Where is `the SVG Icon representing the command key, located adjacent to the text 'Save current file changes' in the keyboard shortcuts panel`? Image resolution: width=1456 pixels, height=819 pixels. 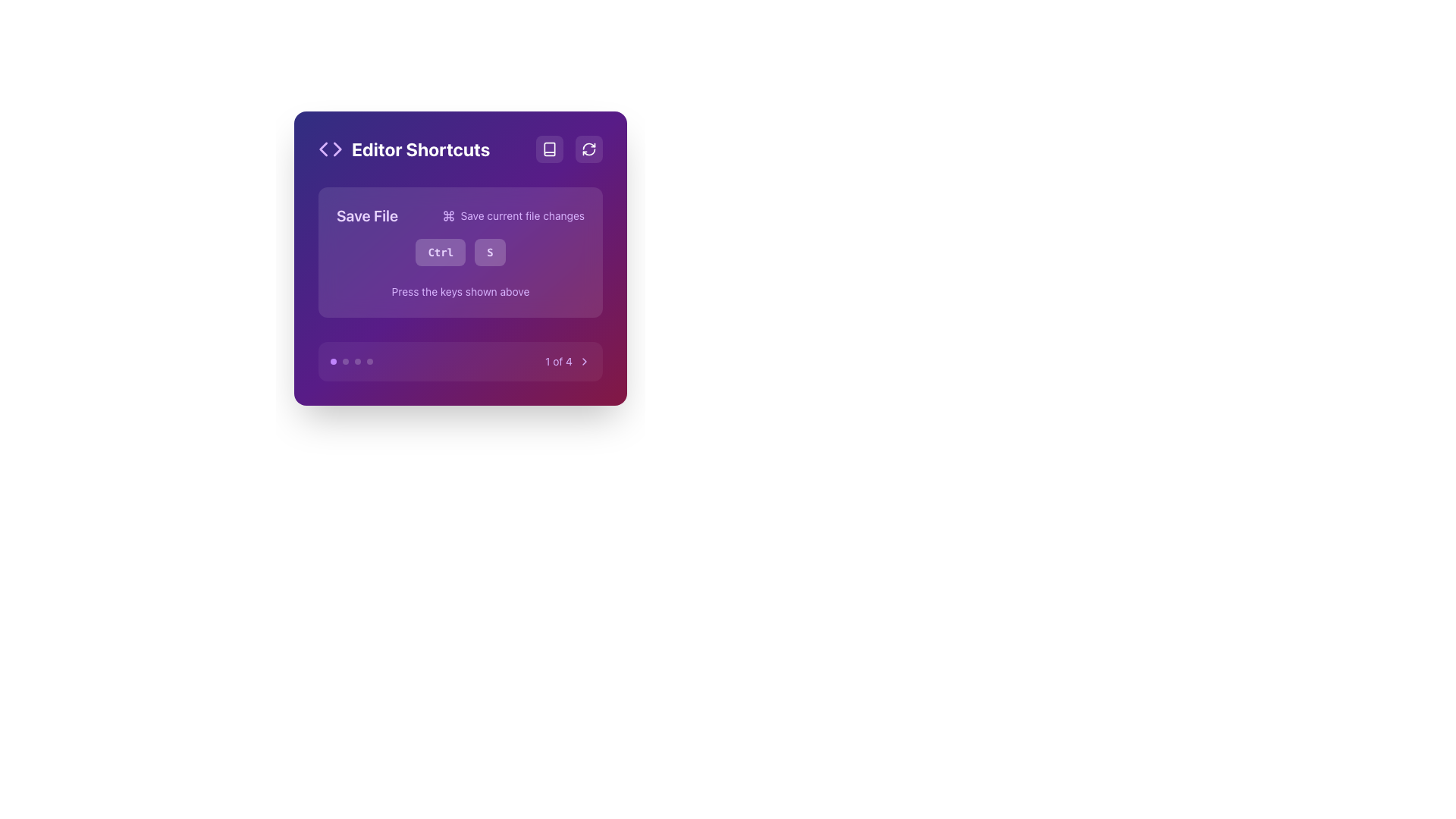
the SVG Icon representing the command key, located adjacent to the text 'Save current file changes' in the keyboard shortcuts panel is located at coordinates (447, 216).